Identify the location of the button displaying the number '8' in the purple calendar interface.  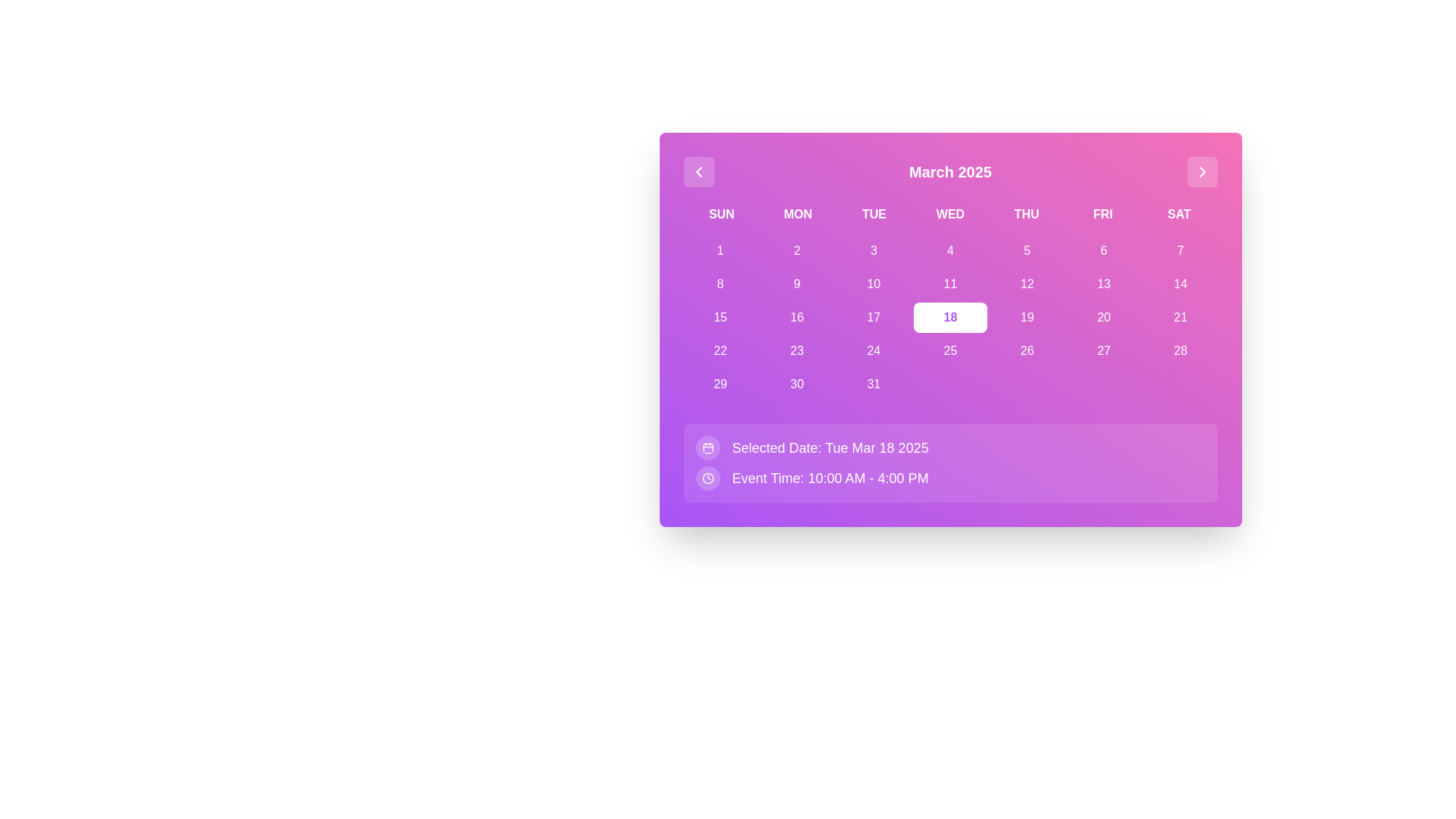
(720, 284).